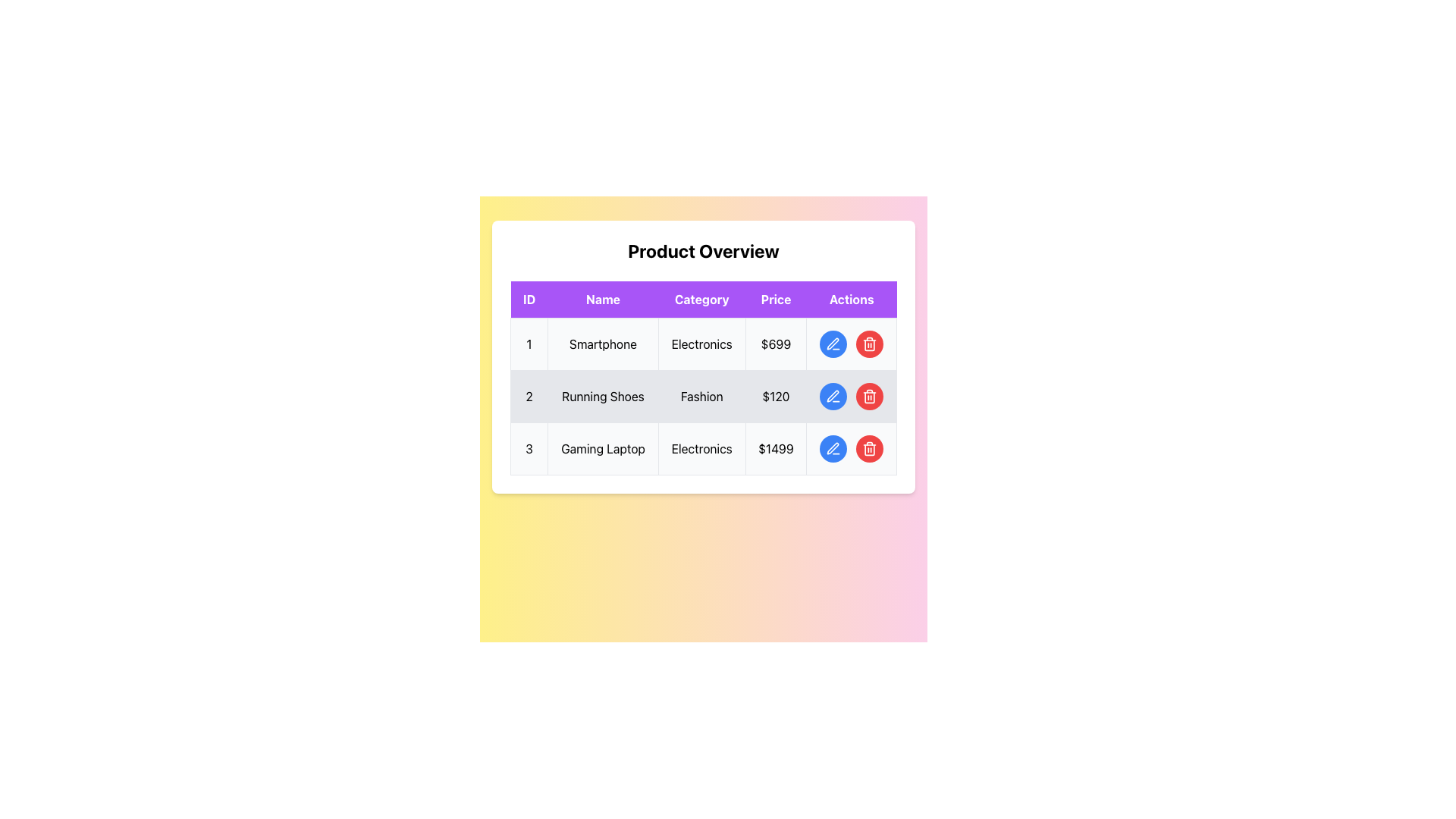  Describe the element at coordinates (870, 396) in the screenshot. I see `the trash icon embedded in the delete button located in the Actions column of the first row` at that location.